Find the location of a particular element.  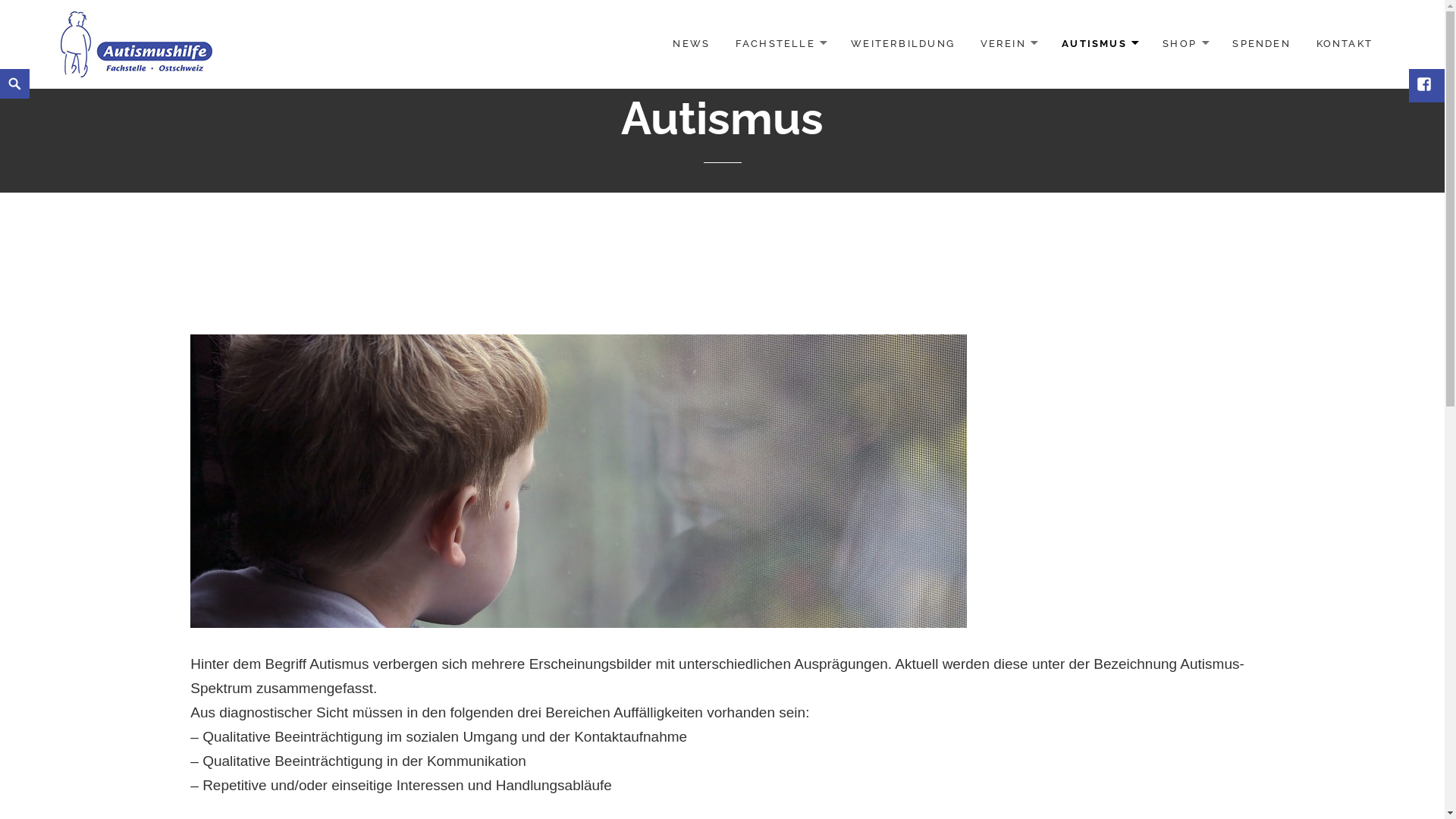

'Search' is located at coordinates (3, 68).